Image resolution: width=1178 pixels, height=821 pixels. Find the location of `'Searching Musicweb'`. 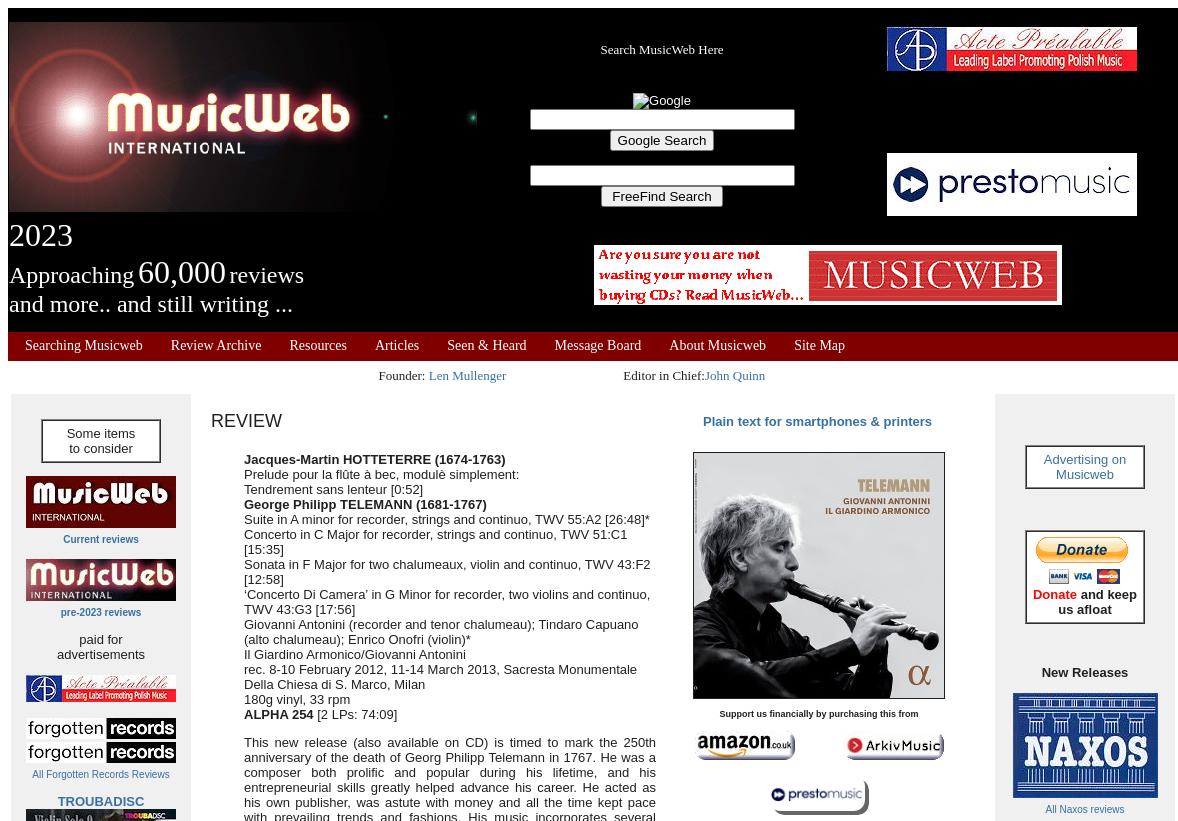

'Searching Musicweb' is located at coordinates (23, 345).